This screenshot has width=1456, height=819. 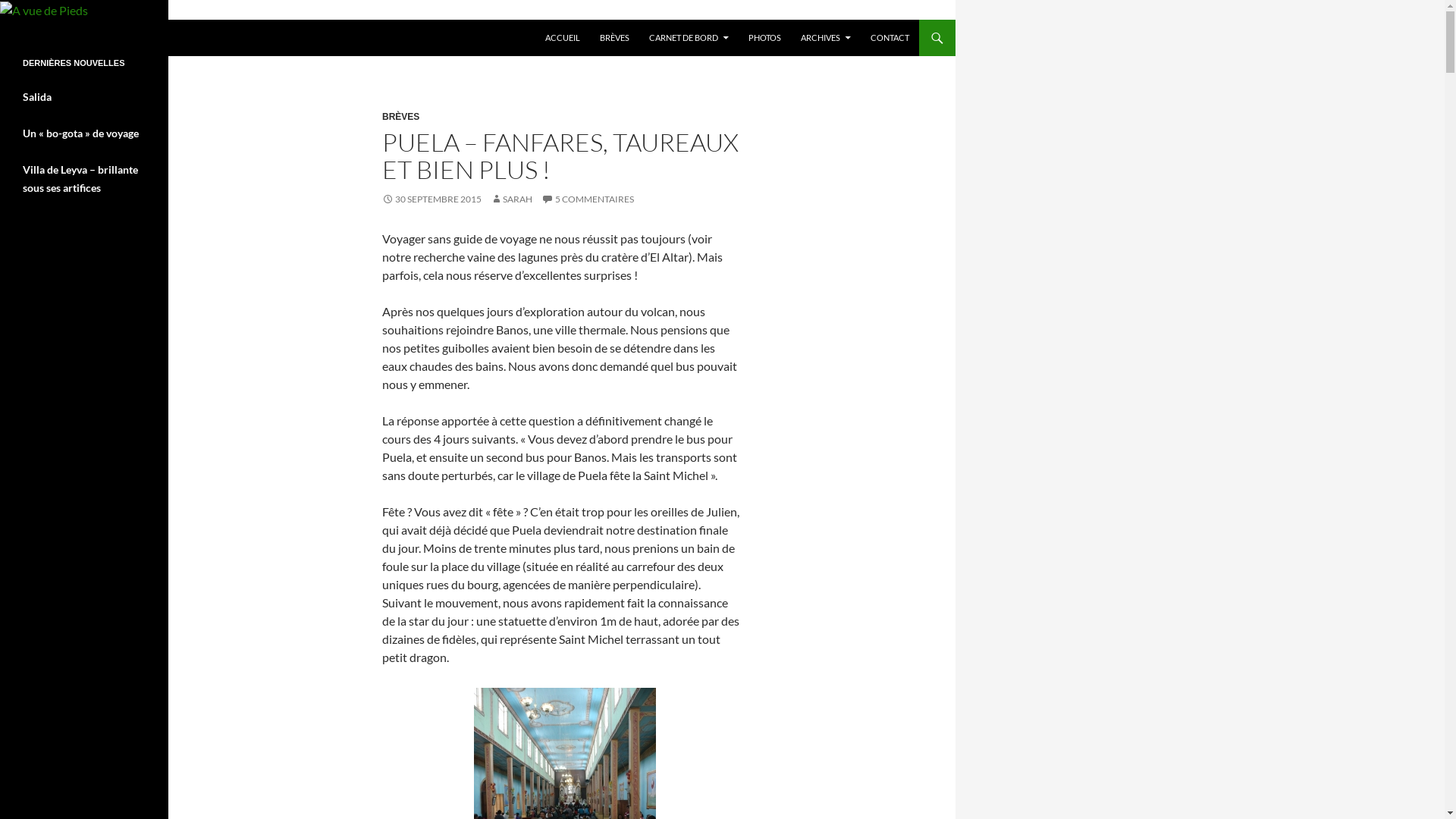 What do you see at coordinates (688, 37) in the screenshot?
I see `'CARNET DE BORD'` at bounding box center [688, 37].